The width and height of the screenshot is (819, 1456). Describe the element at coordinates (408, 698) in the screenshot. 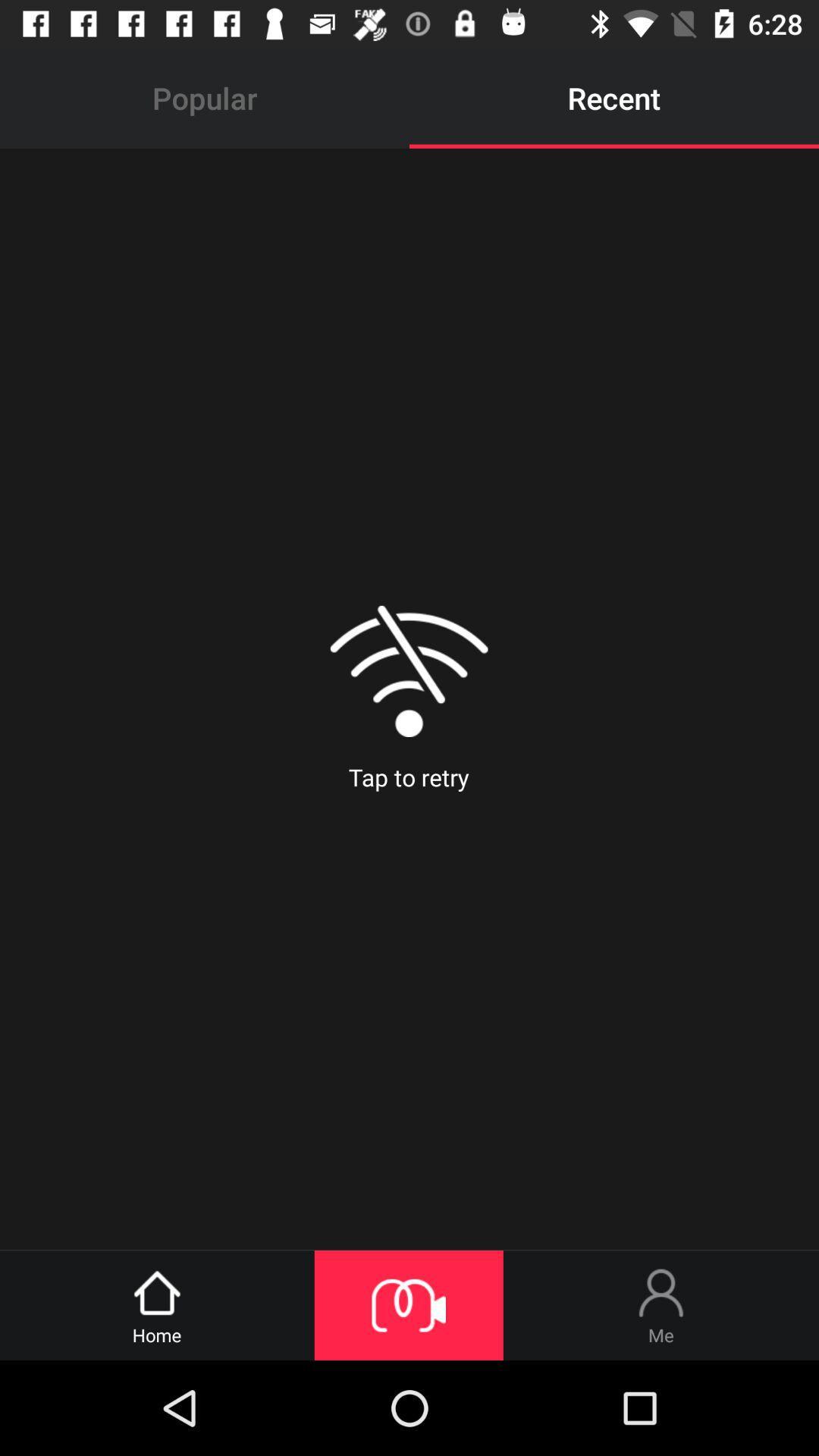

I see `tap to retry` at that location.